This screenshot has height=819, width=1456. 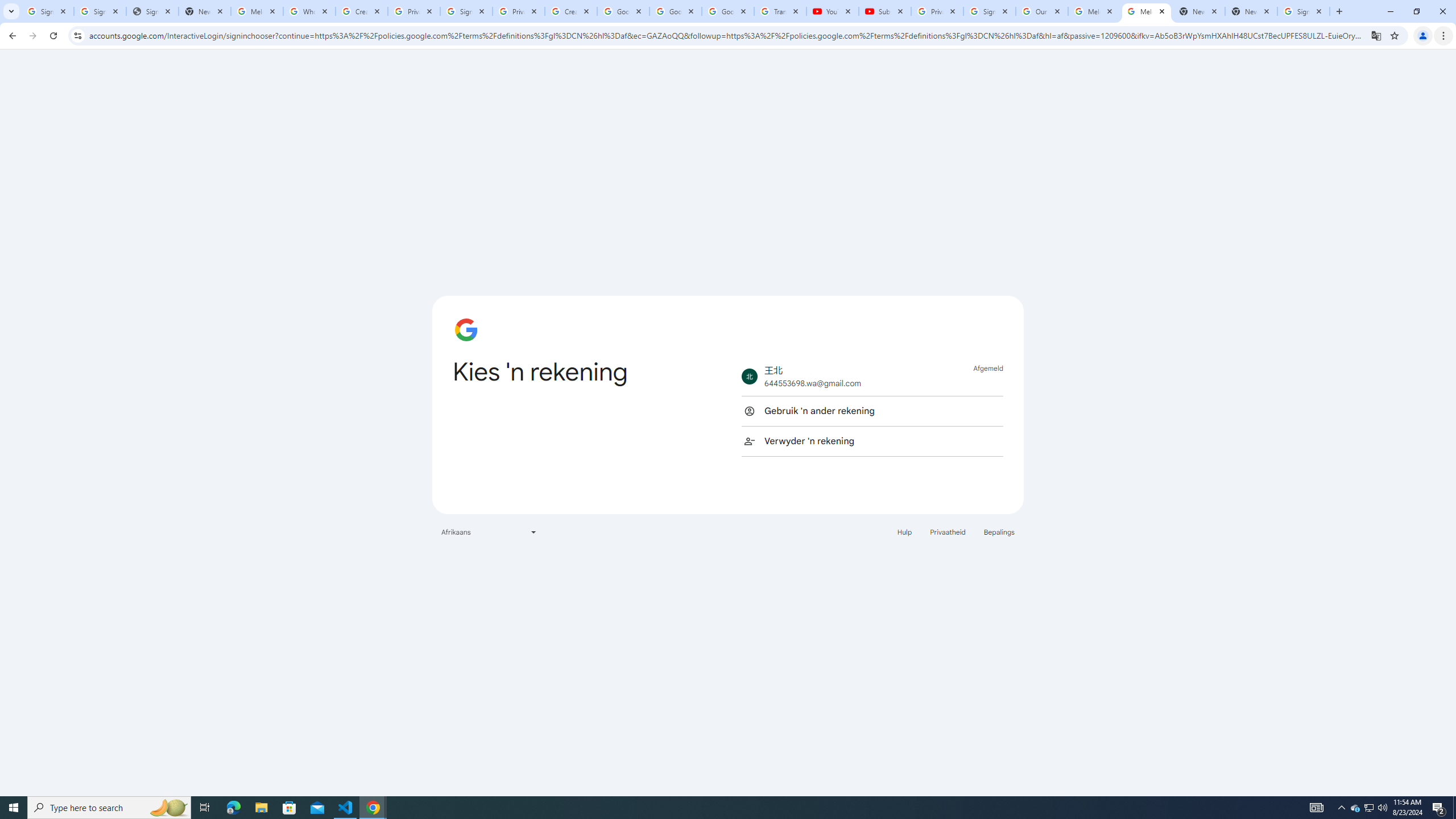 I want to click on 'Subscriptions - YouTube', so click(x=884, y=11).